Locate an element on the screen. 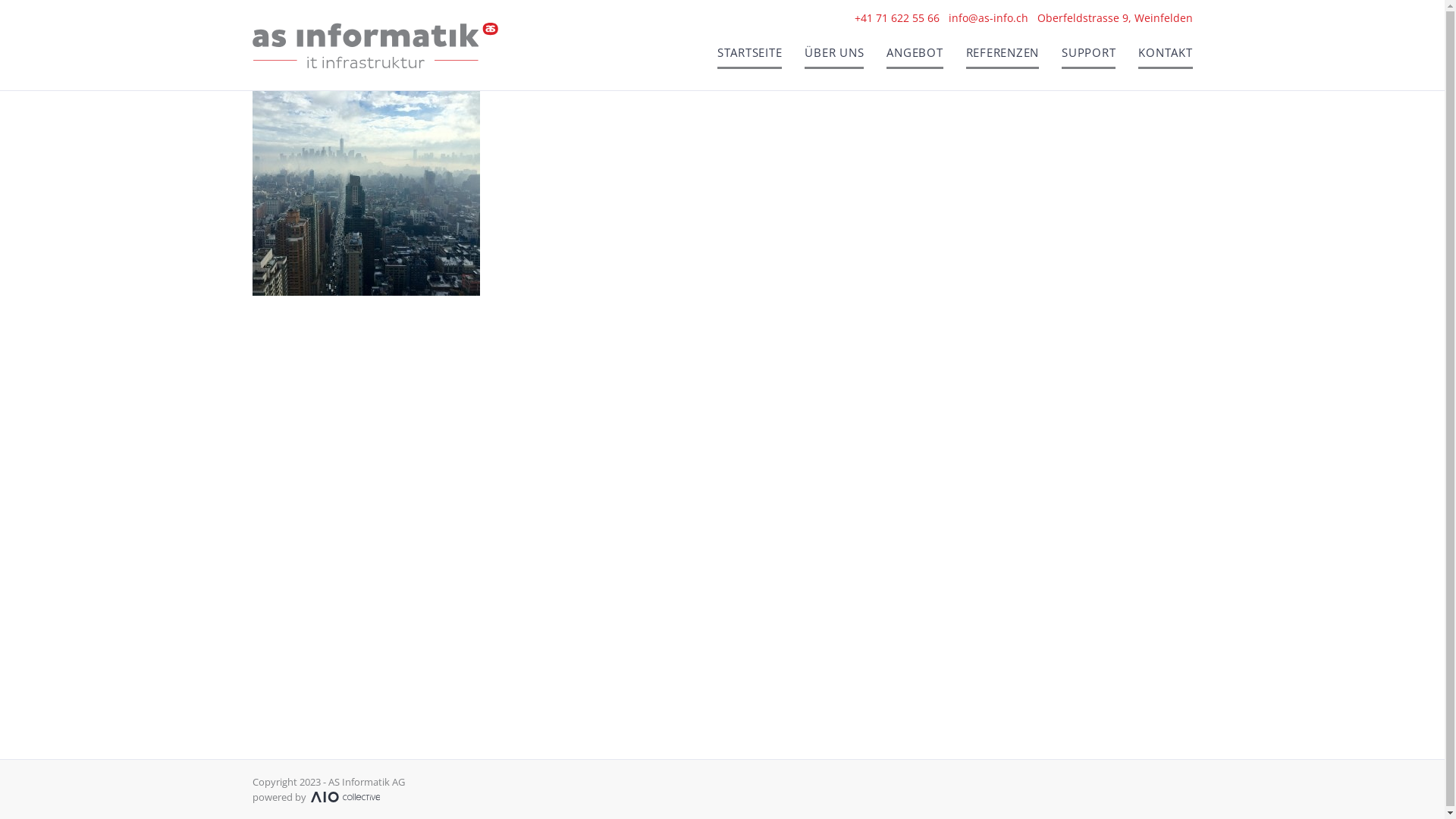 This screenshot has width=1456, height=819. 'KONTAKT' is located at coordinates (1138, 56).